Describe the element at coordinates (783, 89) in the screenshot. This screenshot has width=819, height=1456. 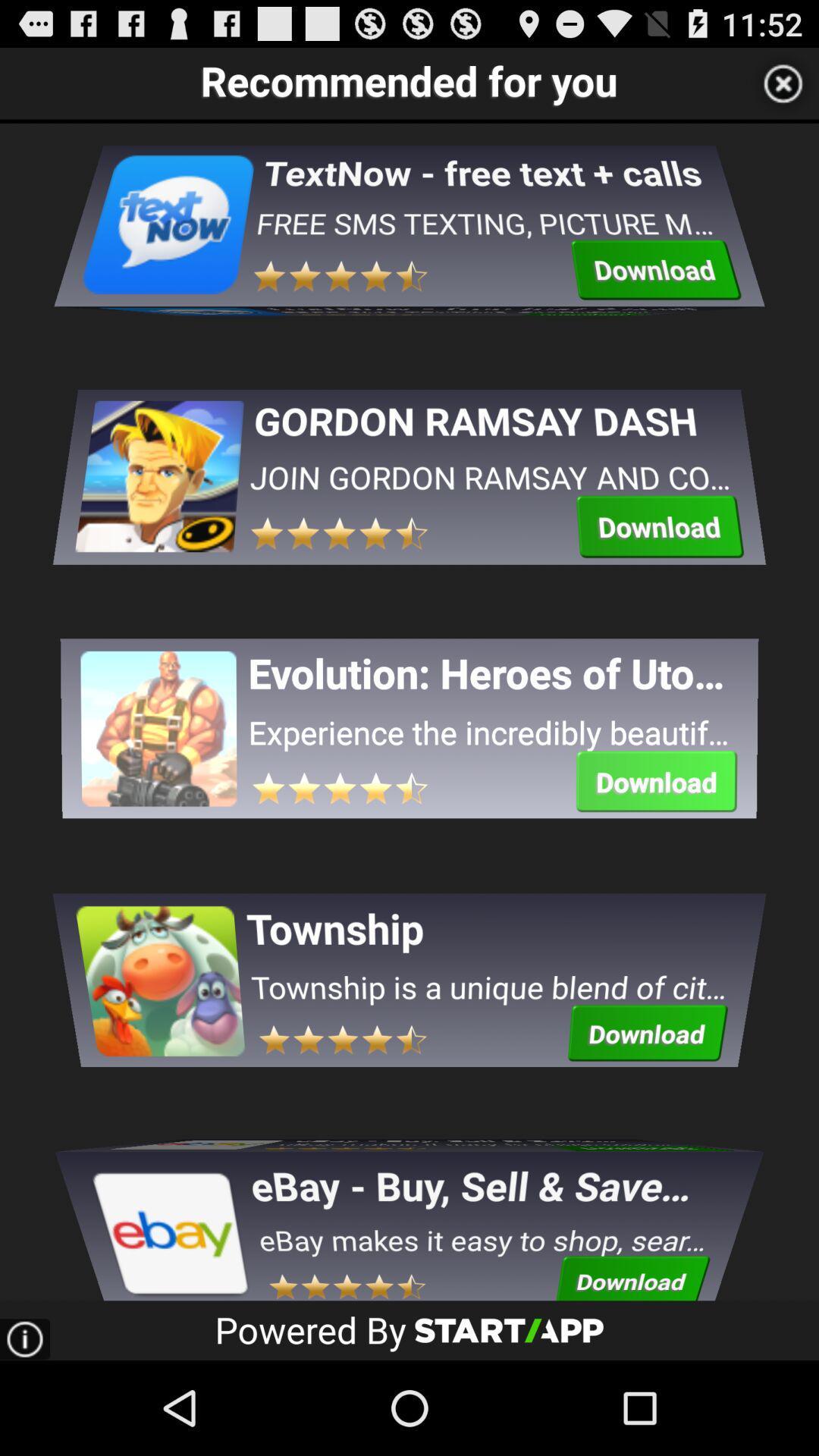
I see `the close icon` at that location.